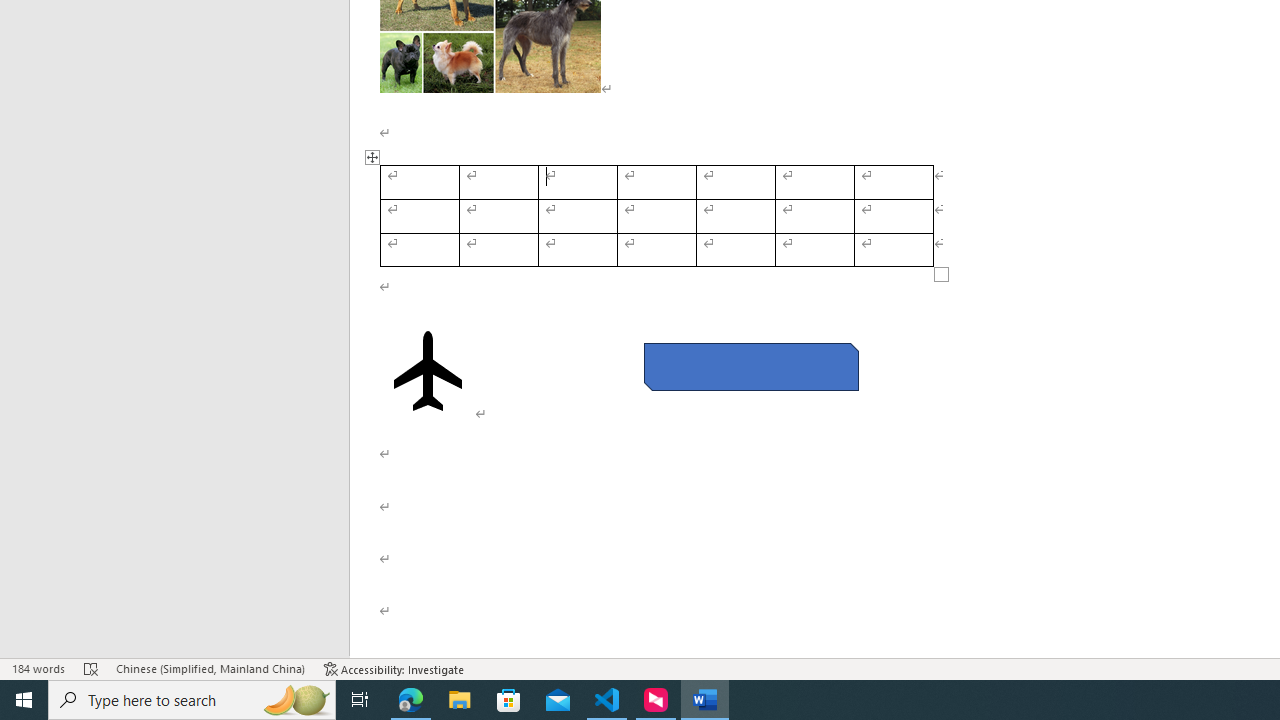 This screenshot has height=720, width=1280. I want to click on 'Language Chinese (Simplified, Mainland China)', so click(210, 669).